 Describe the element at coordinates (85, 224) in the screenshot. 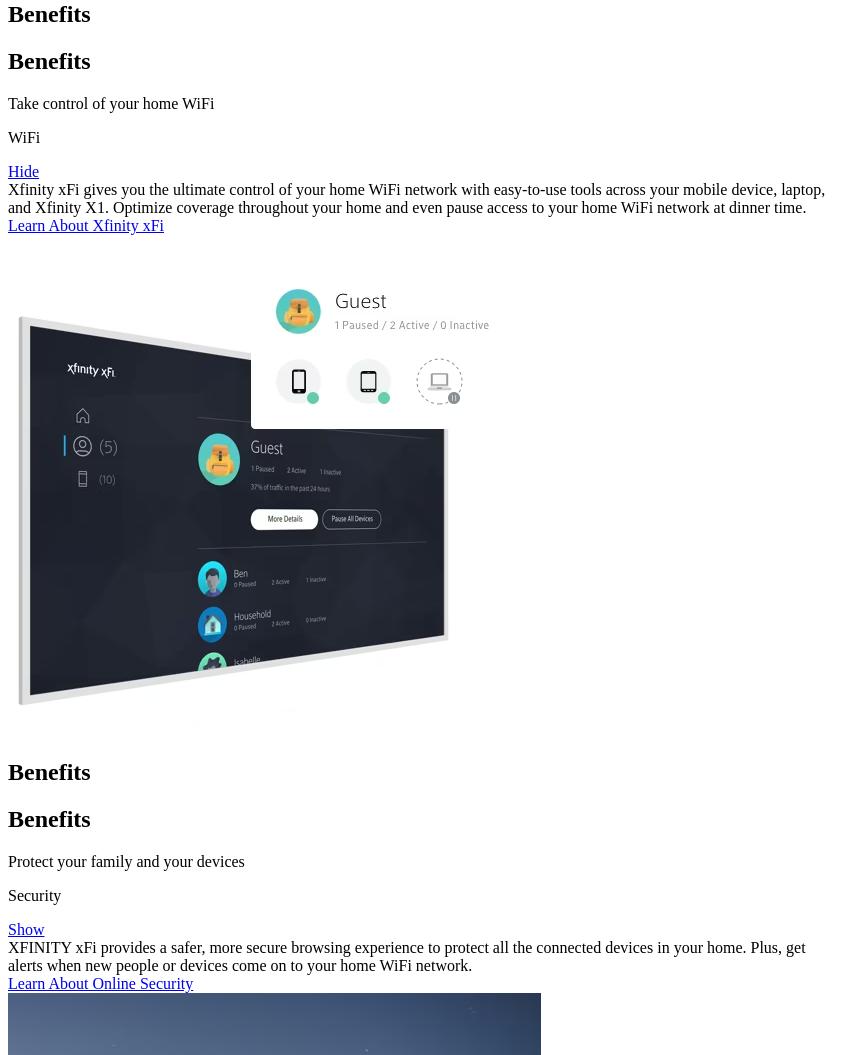

I see `'Learn About Xfinity xFi'` at that location.